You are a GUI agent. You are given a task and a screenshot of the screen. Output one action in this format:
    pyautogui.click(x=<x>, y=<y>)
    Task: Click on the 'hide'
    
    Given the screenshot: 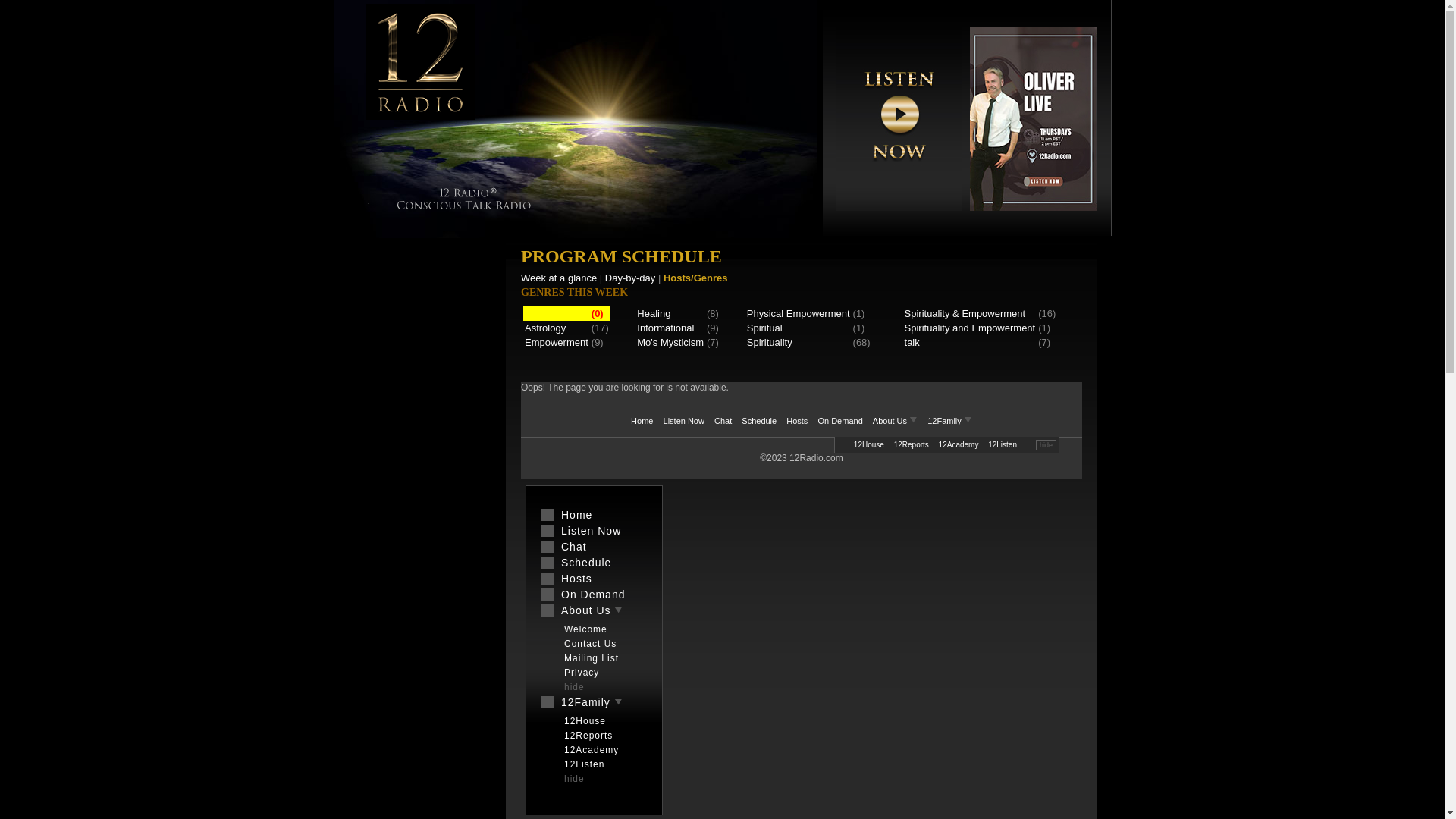 What is the action you would take?
    pyautogui.click(x=548, y=778)
    